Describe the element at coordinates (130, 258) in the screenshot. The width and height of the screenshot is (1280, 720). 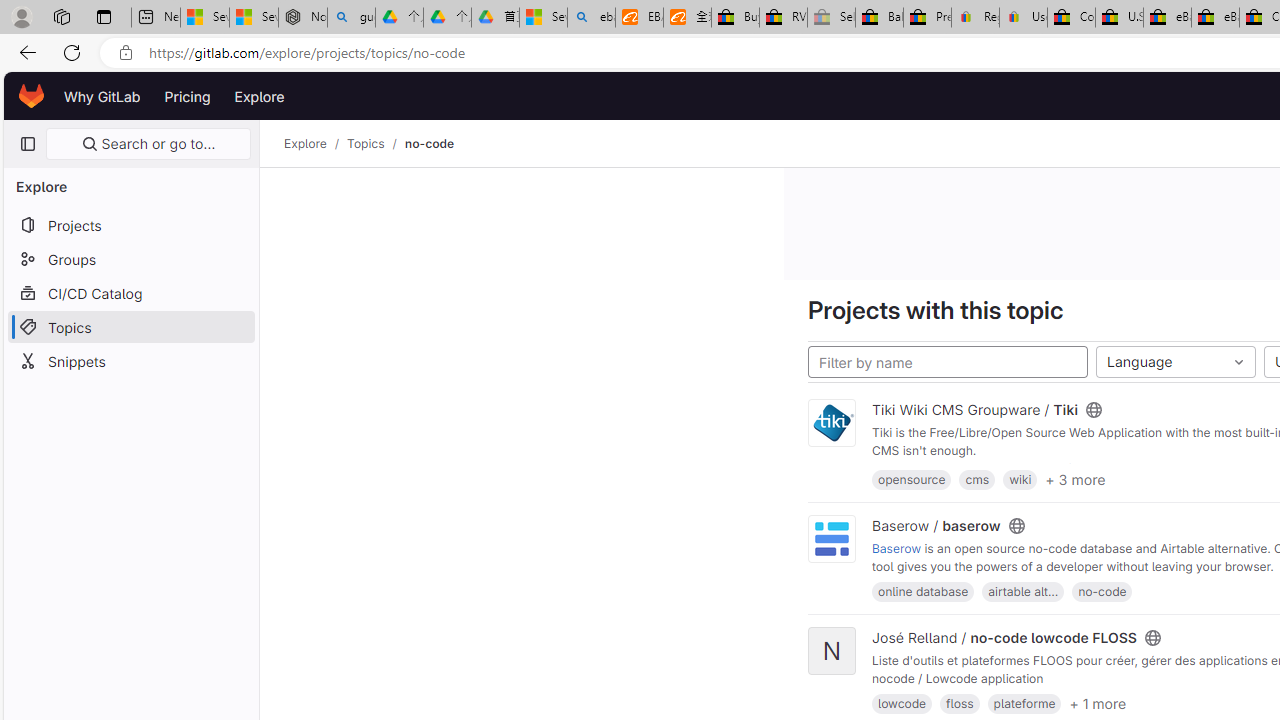
I see `'Groups'` at that location.